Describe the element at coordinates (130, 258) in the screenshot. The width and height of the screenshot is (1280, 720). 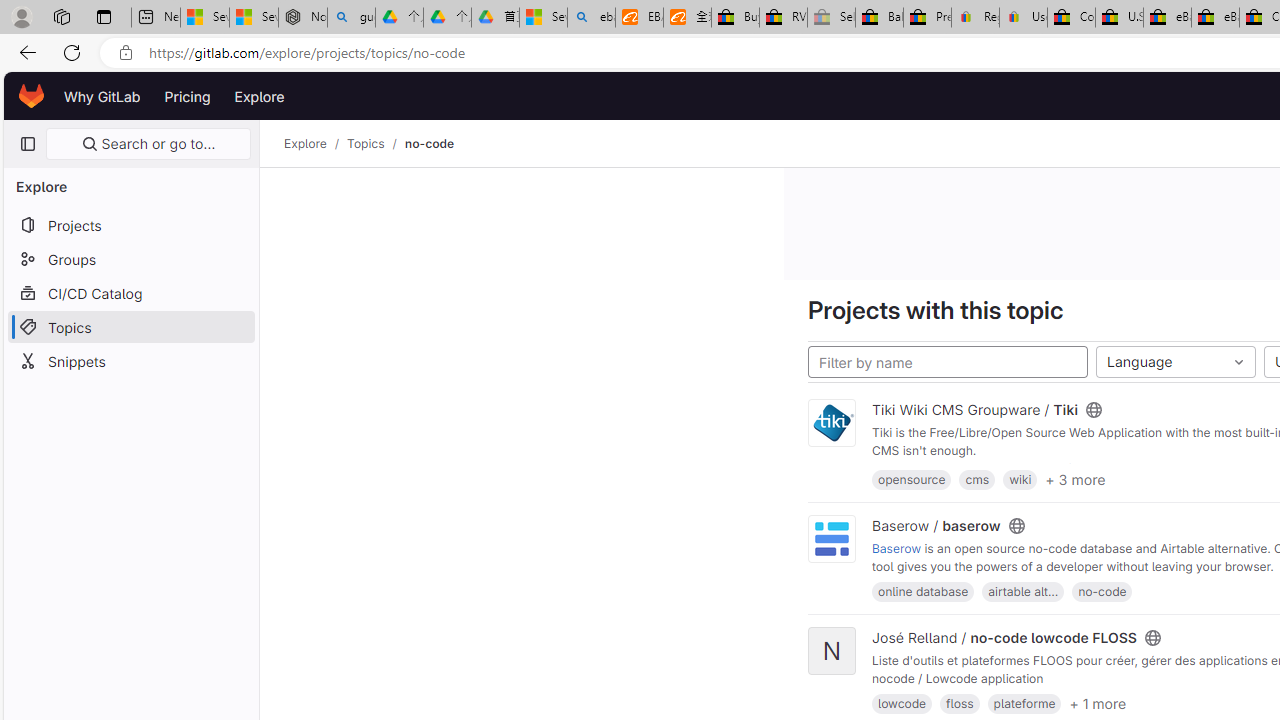
I see `'Groups'` at that location.